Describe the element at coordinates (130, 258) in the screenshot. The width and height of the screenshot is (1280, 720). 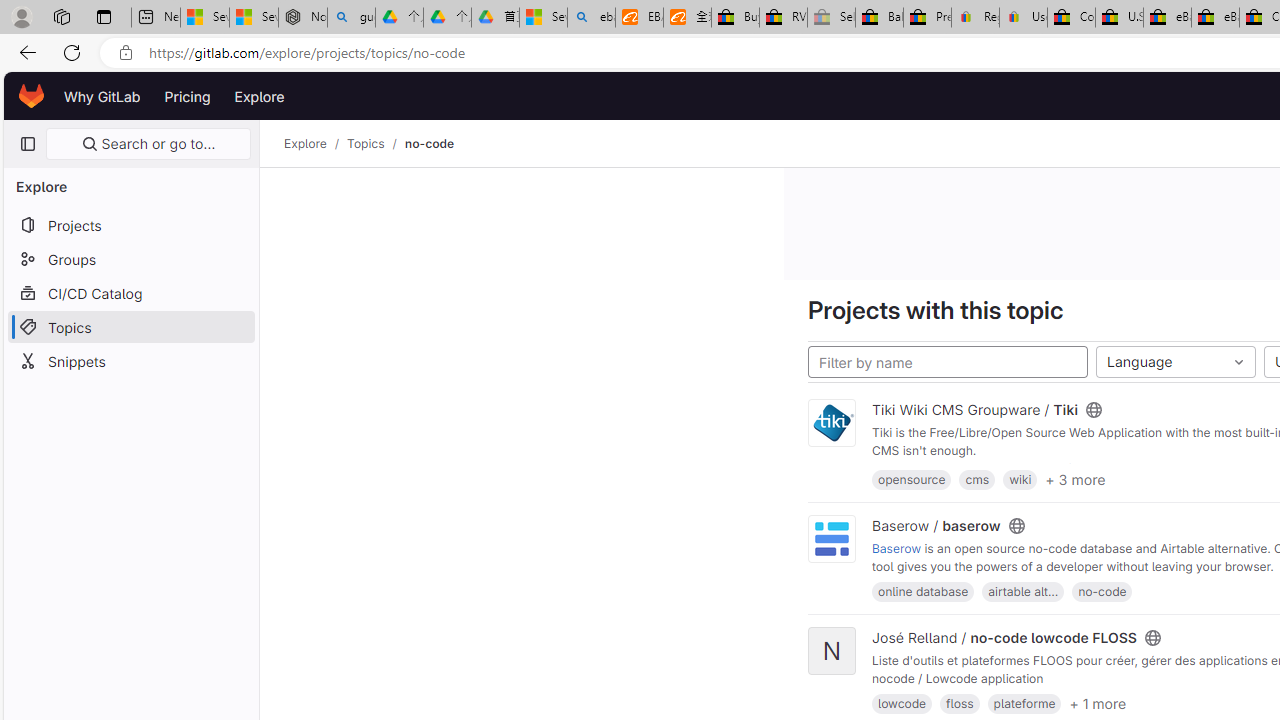
I see `'Groups'` at that location.